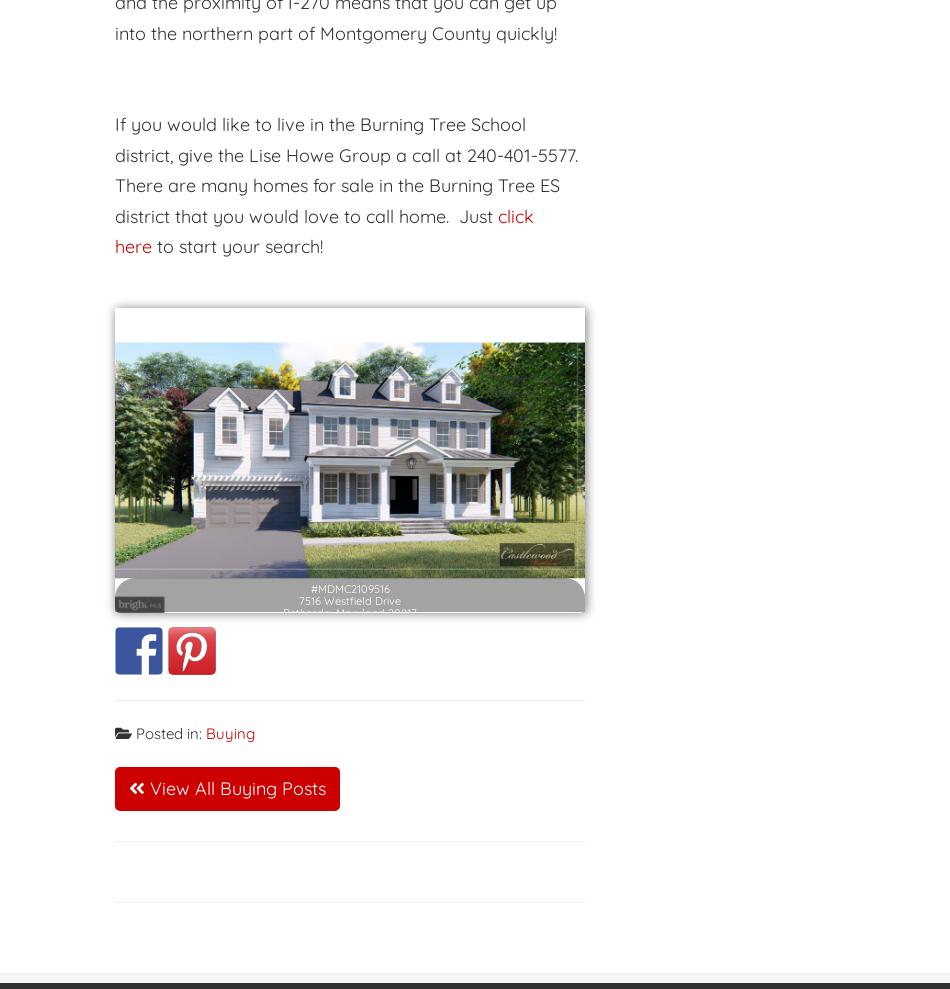 The image size is (950, 989). Describe the element at coordinates (238, 245) in the screenshot. I see `'to start your search!'` at that location.